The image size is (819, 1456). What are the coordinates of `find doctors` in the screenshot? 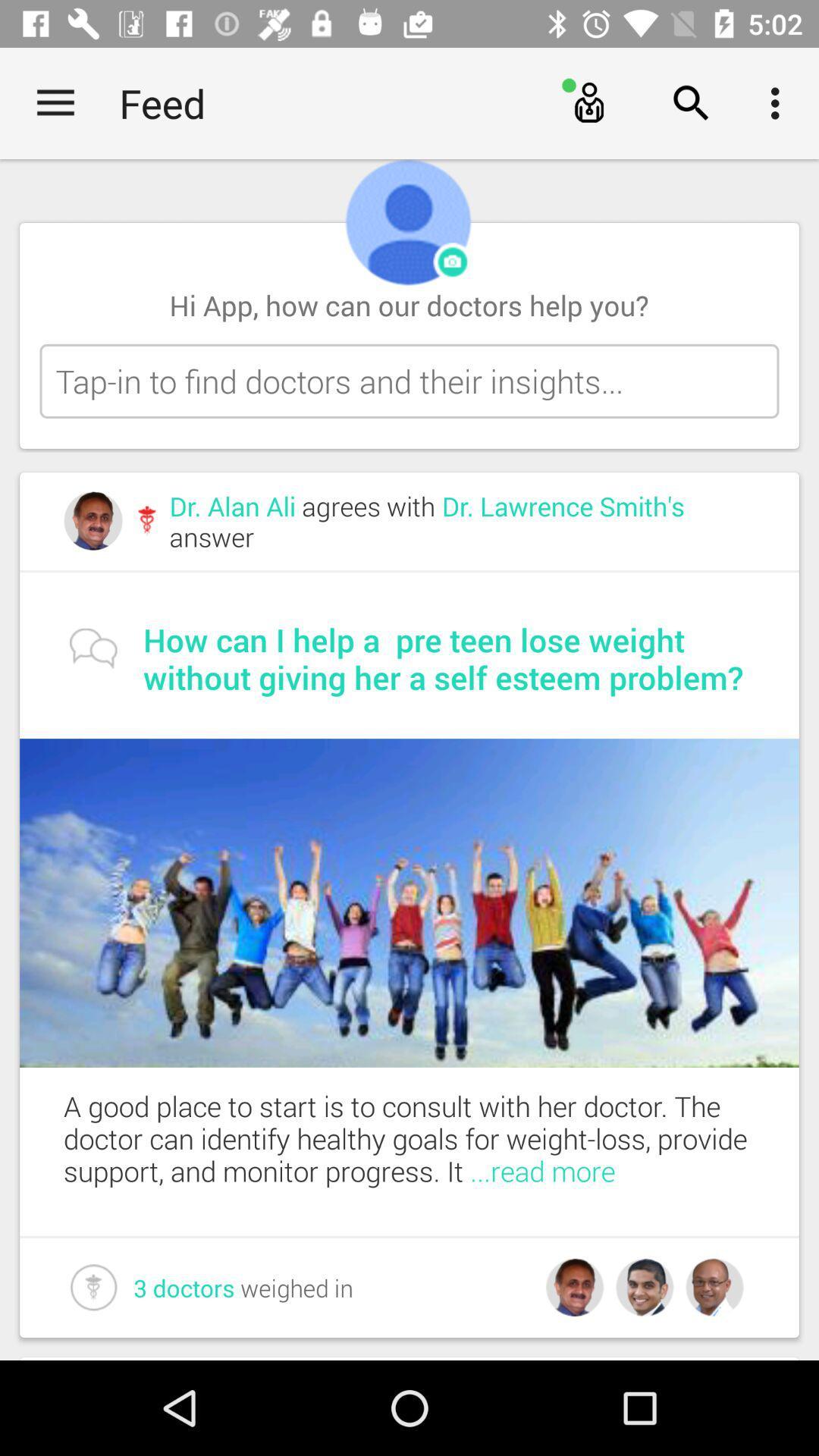 It's located at (409, 381).